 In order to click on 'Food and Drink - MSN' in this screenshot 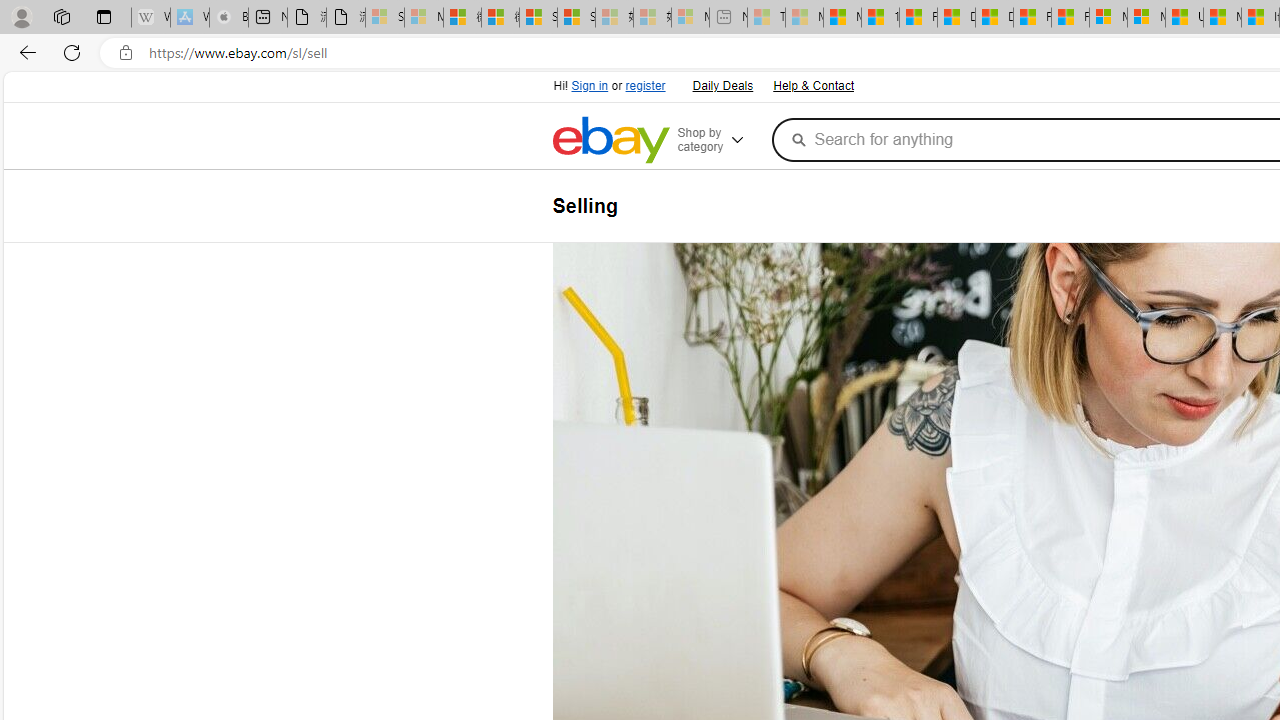, I will do `click(917, 17)`.